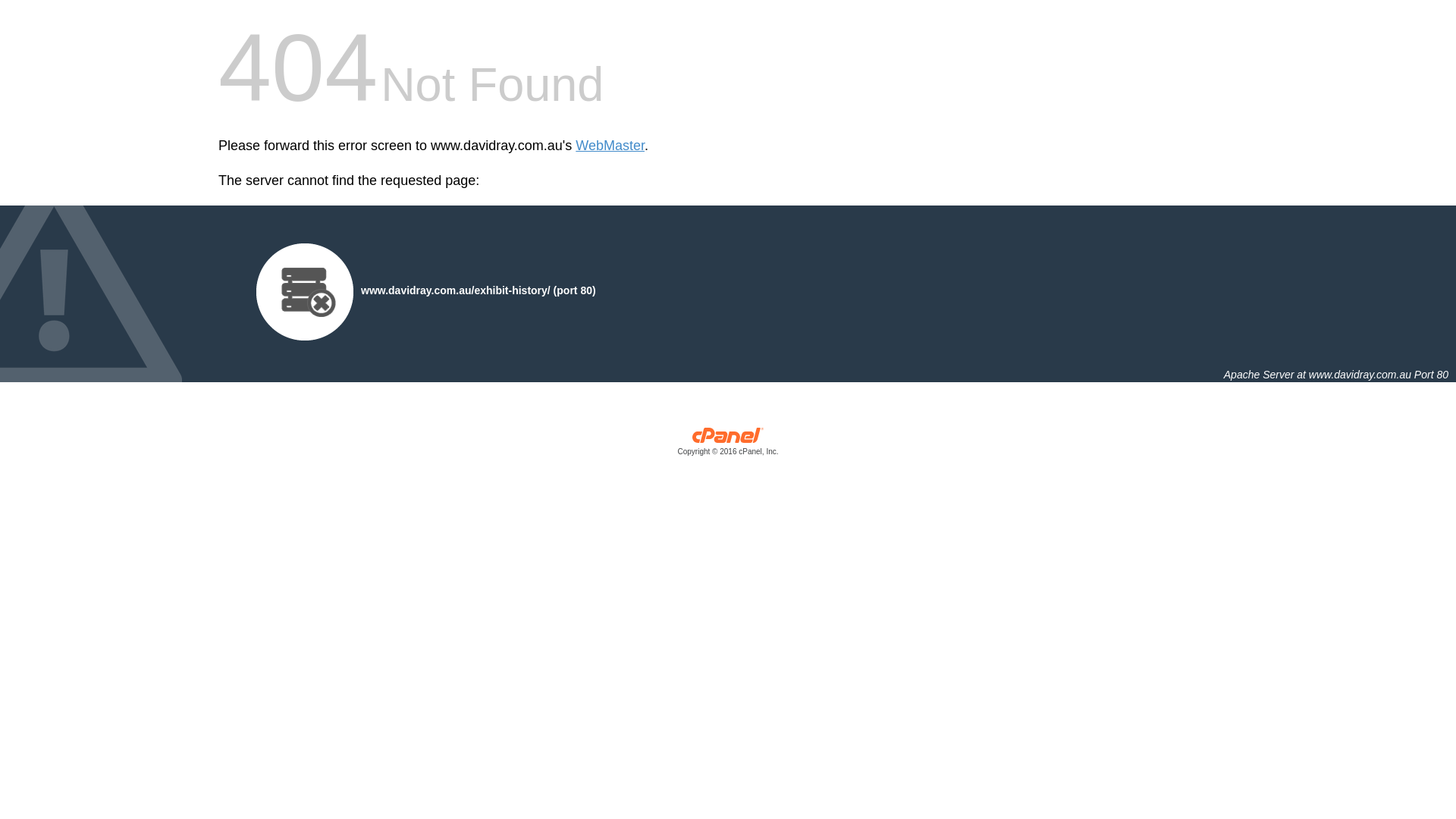  Describe the element at coordinates (610, 146) in the screenshot. I see `'WebMaster'` at that location.